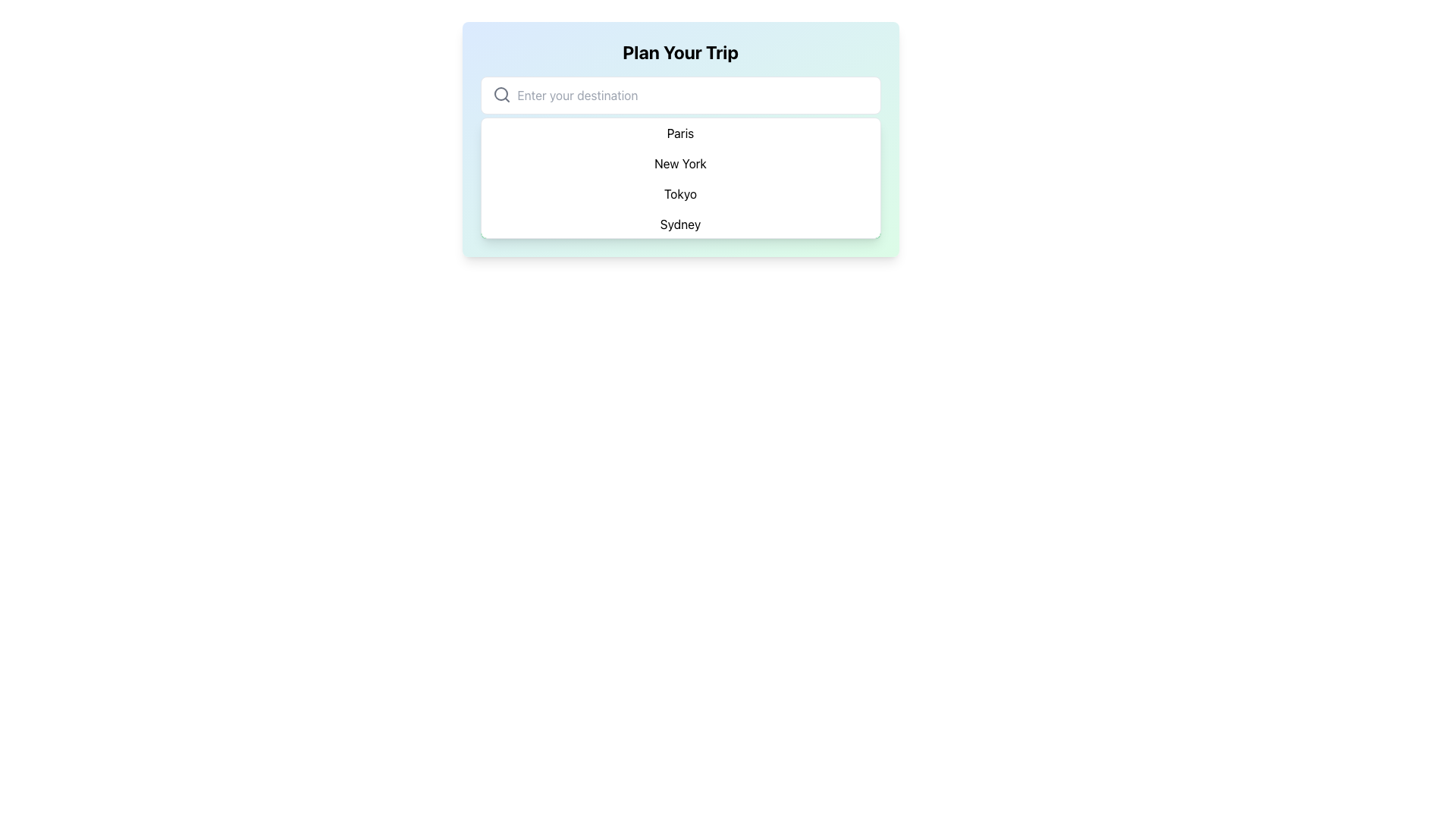 This screenshot has width=1456, height=819. Describe the element at coordinates (679, 134) in the screenshot. I see `the text item 'Paris' in the selectable list` at that location.